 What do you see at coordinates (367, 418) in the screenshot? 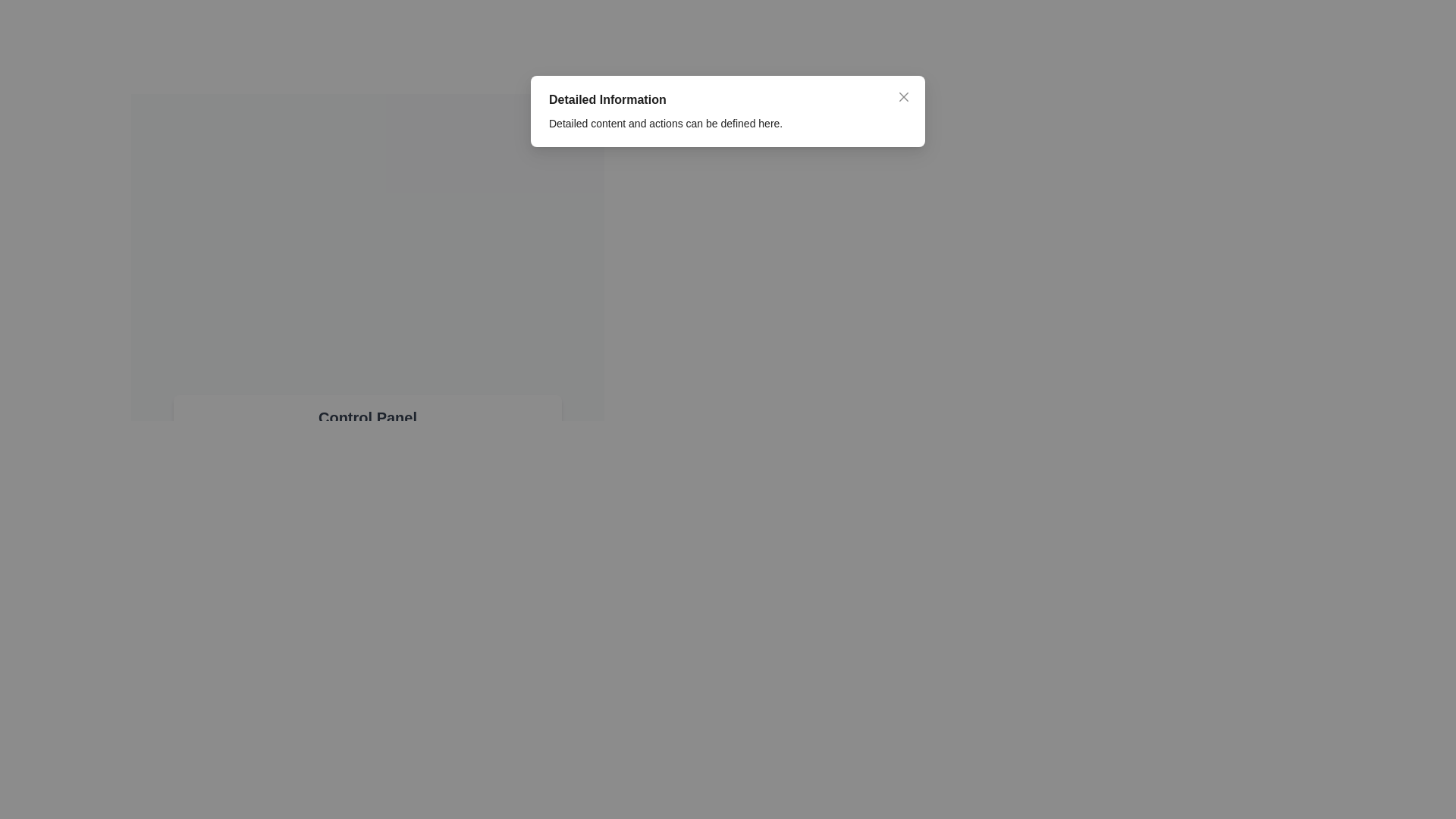
I see `text from the label that serves as the title for the 'Control Panel' section, located at the top of the rectangular card with rounded corners` at bounding box center [367, 418].